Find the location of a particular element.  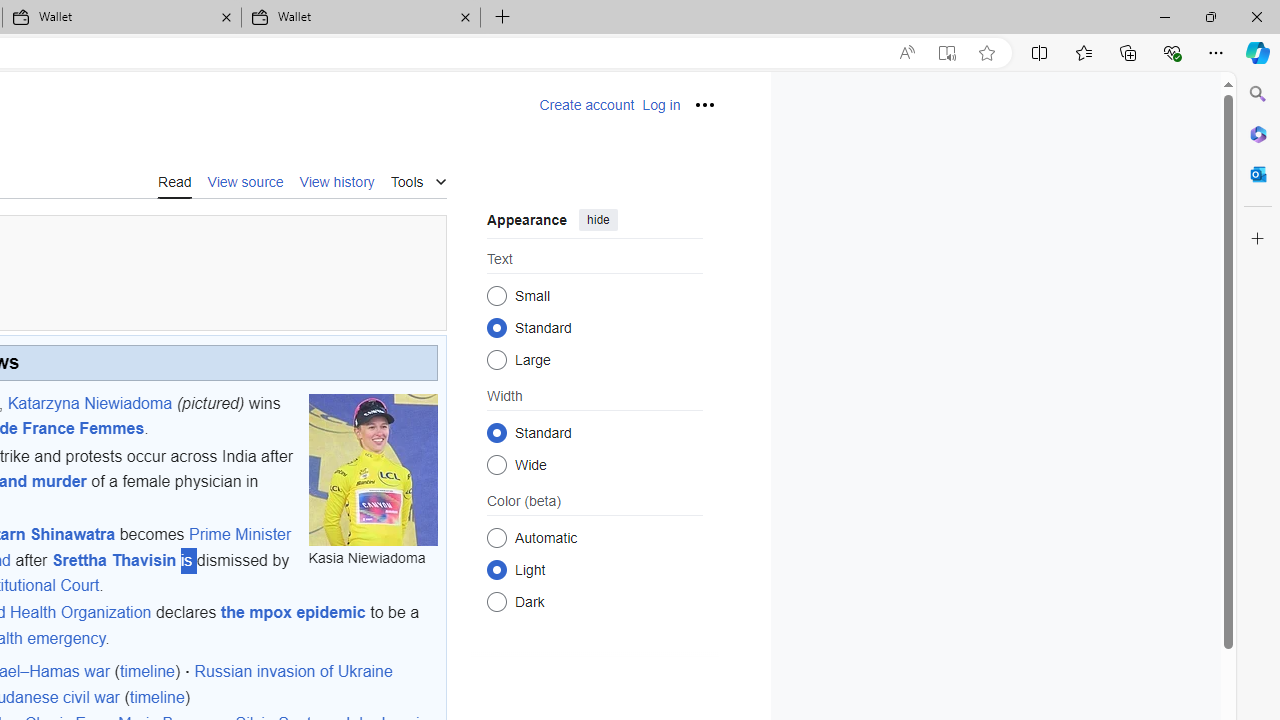

'Personal tools' is located at coordinates (704, 105).